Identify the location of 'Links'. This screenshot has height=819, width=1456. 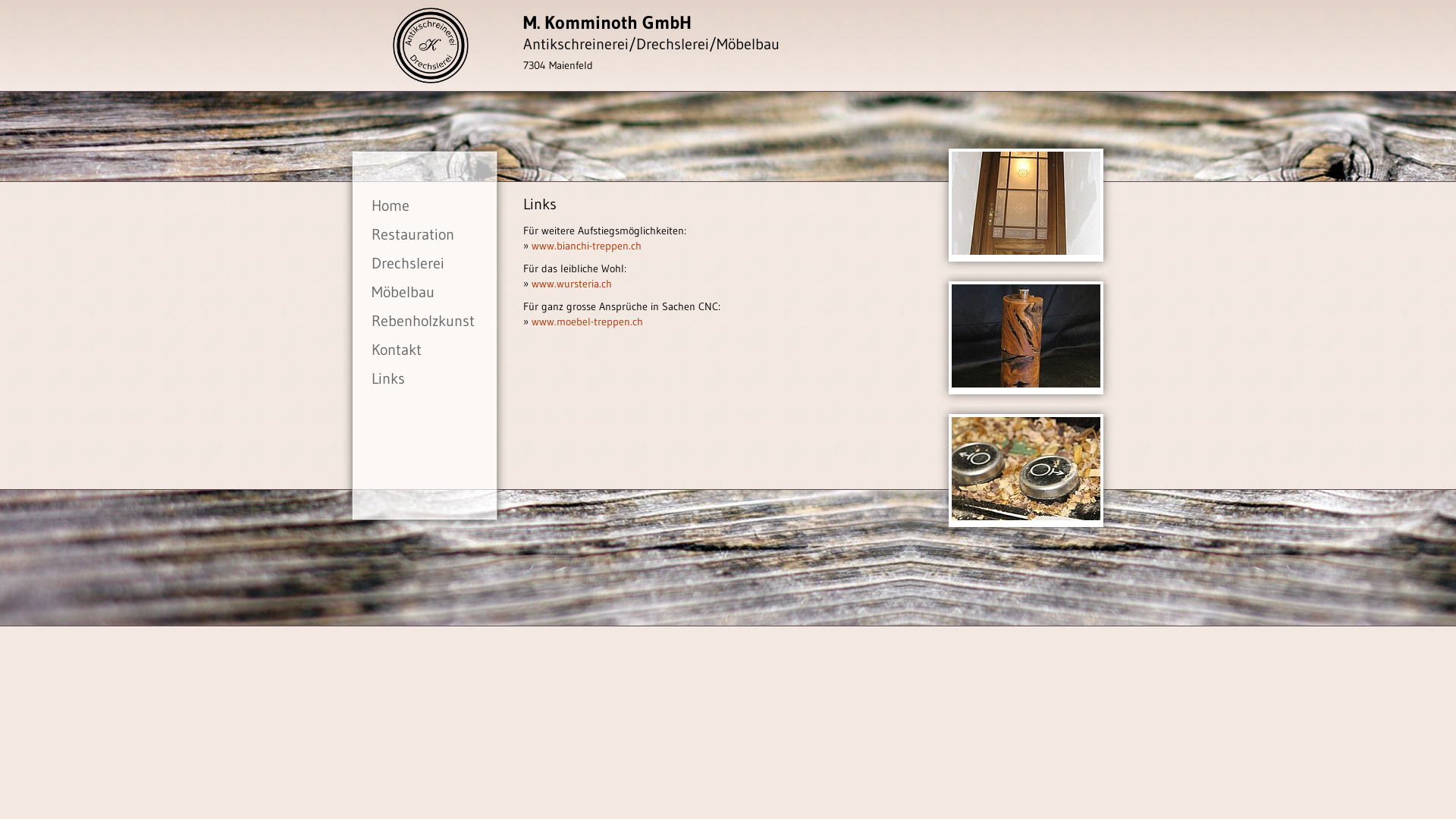
(425, 377).